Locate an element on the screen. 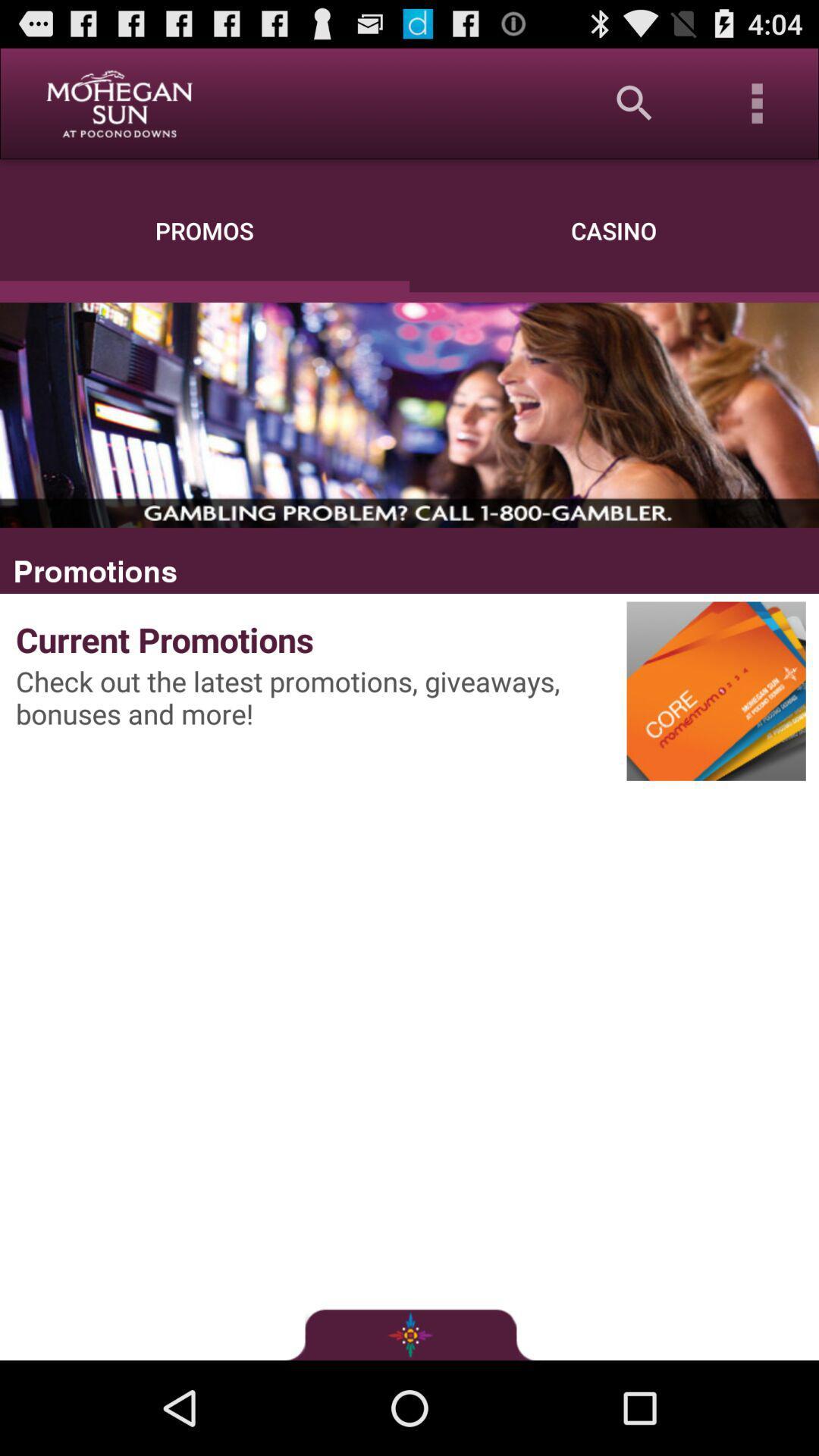  open menu is located at coordinates (758, 102).